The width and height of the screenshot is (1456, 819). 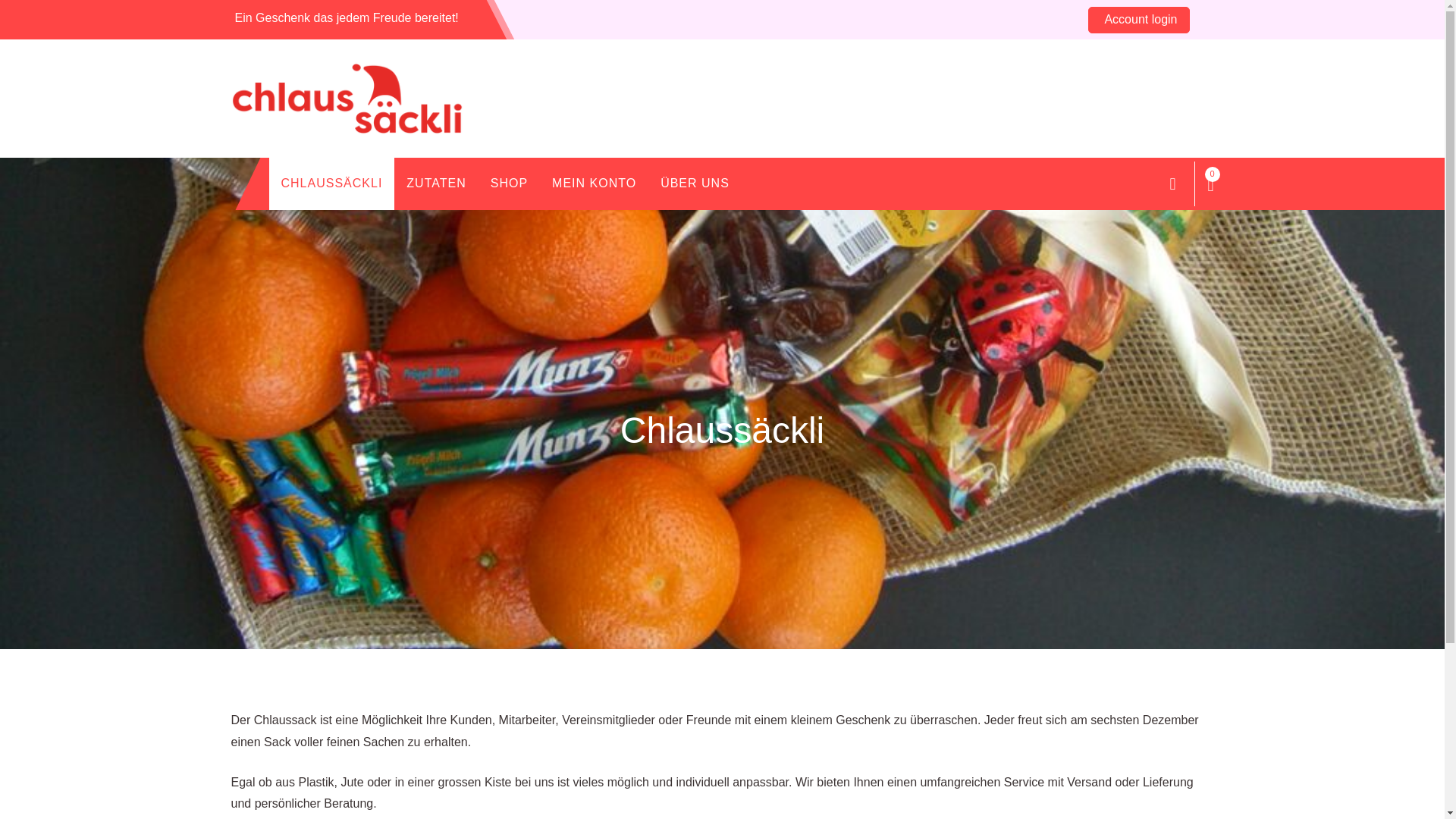 I want to click on 'Account login', so click(x=1138, y=19).